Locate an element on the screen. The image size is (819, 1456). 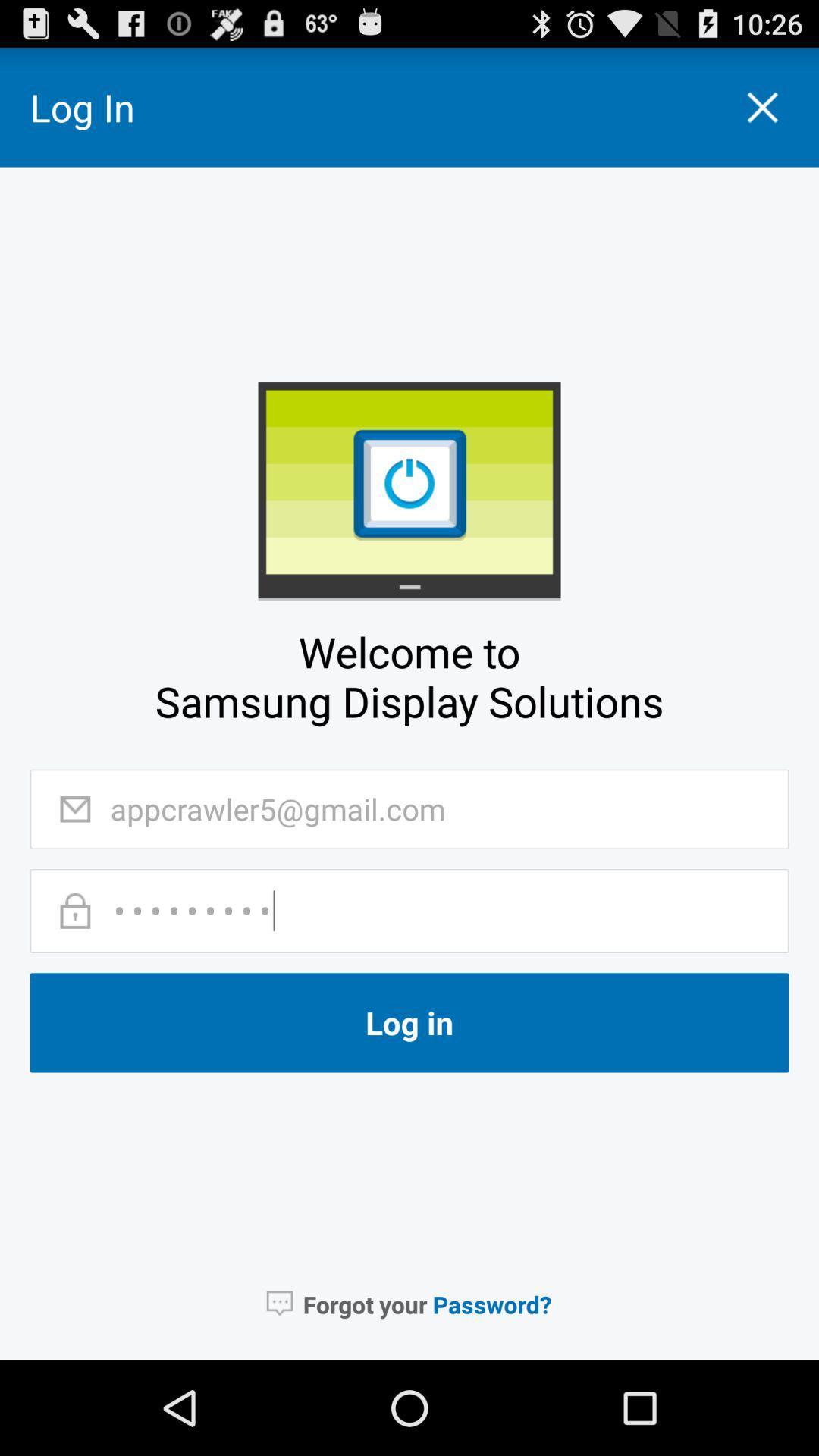
the icon beside the password field is located at coordinates (75, 910).